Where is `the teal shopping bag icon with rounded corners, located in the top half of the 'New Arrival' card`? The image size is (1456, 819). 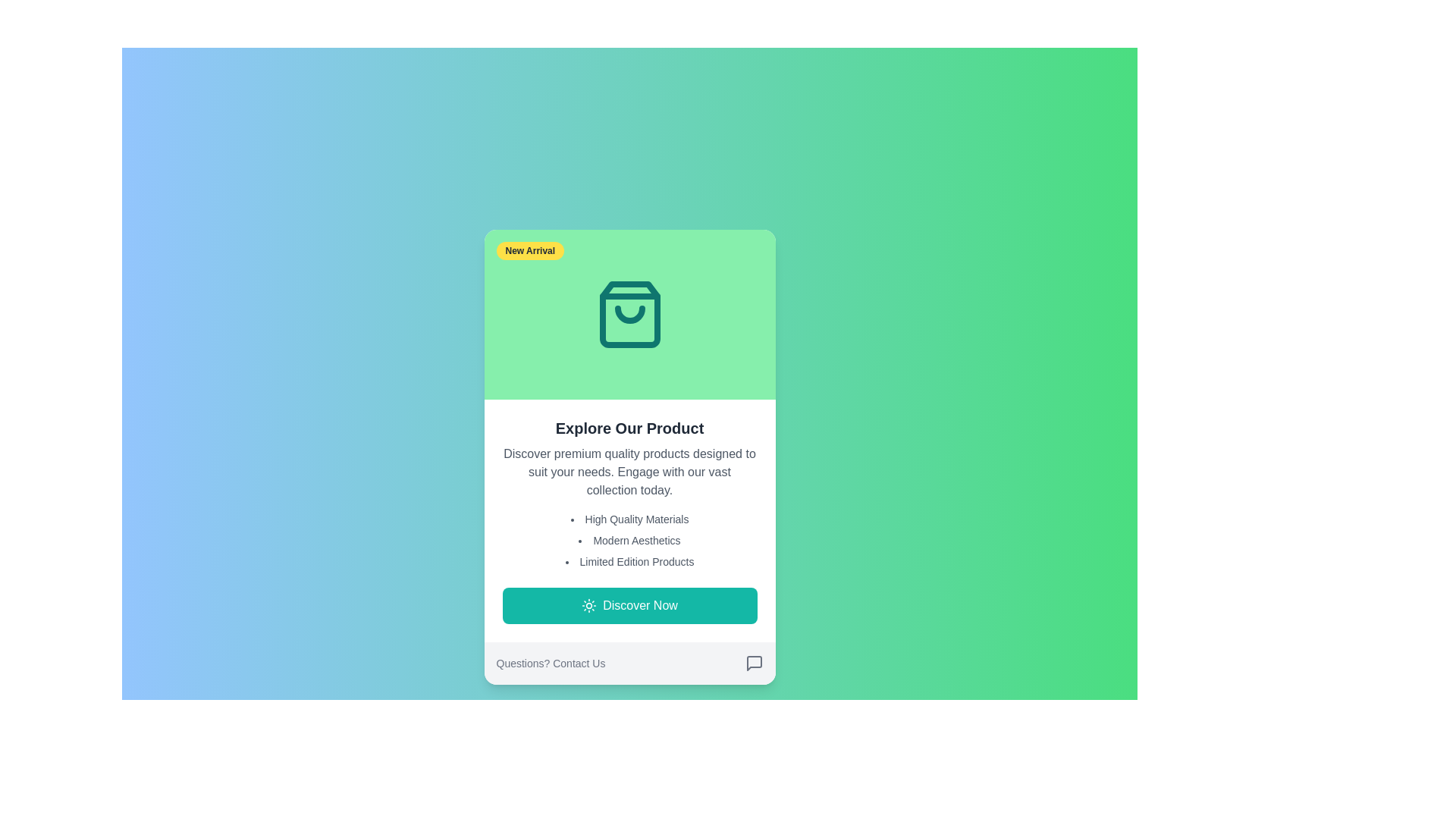 the teal shopping bag icon with rounded corners, located in the top half of the 'New Arrival' card is located at coordinates (629, 314).